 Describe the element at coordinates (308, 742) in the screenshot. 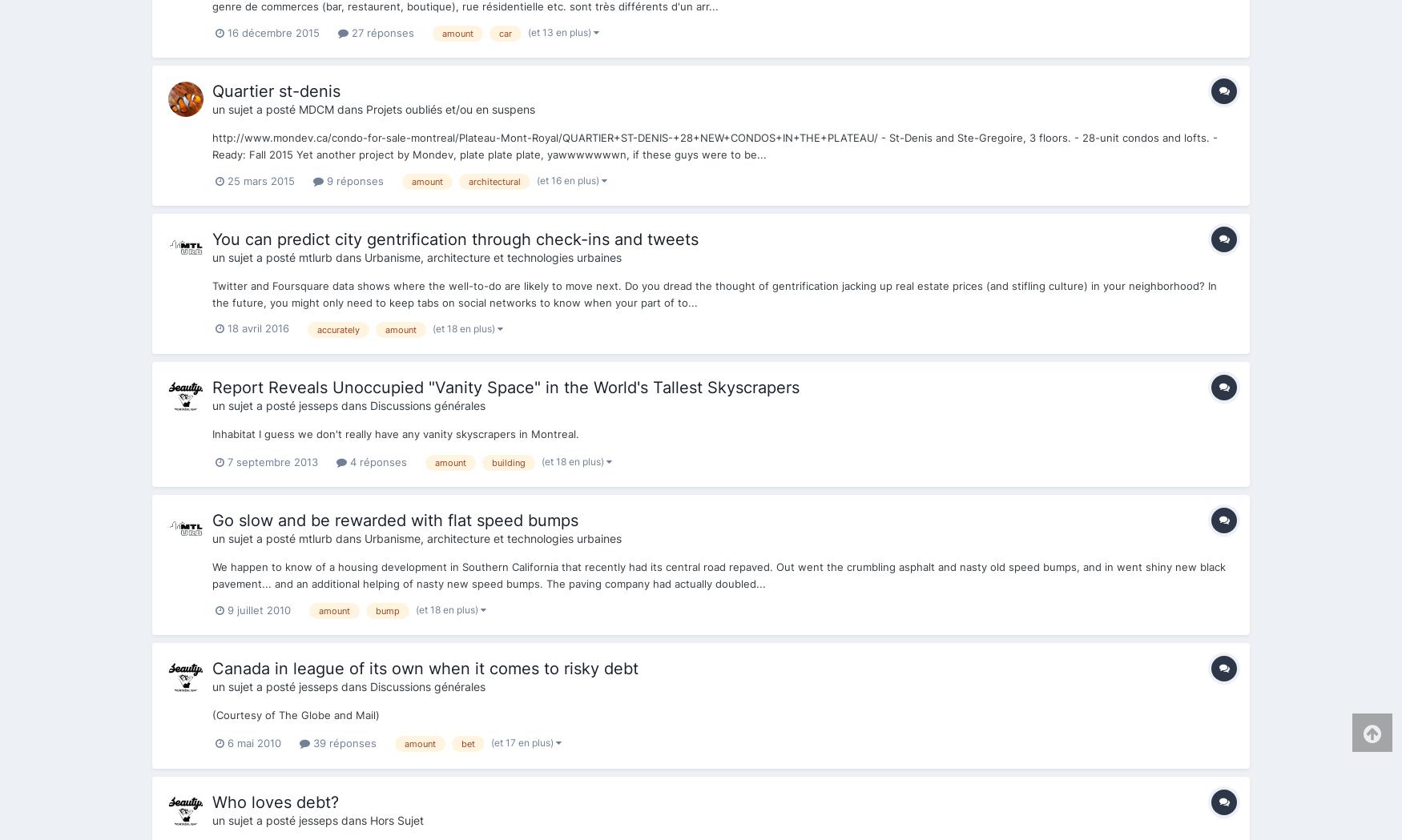

I see `'39 réponses'` at that location.